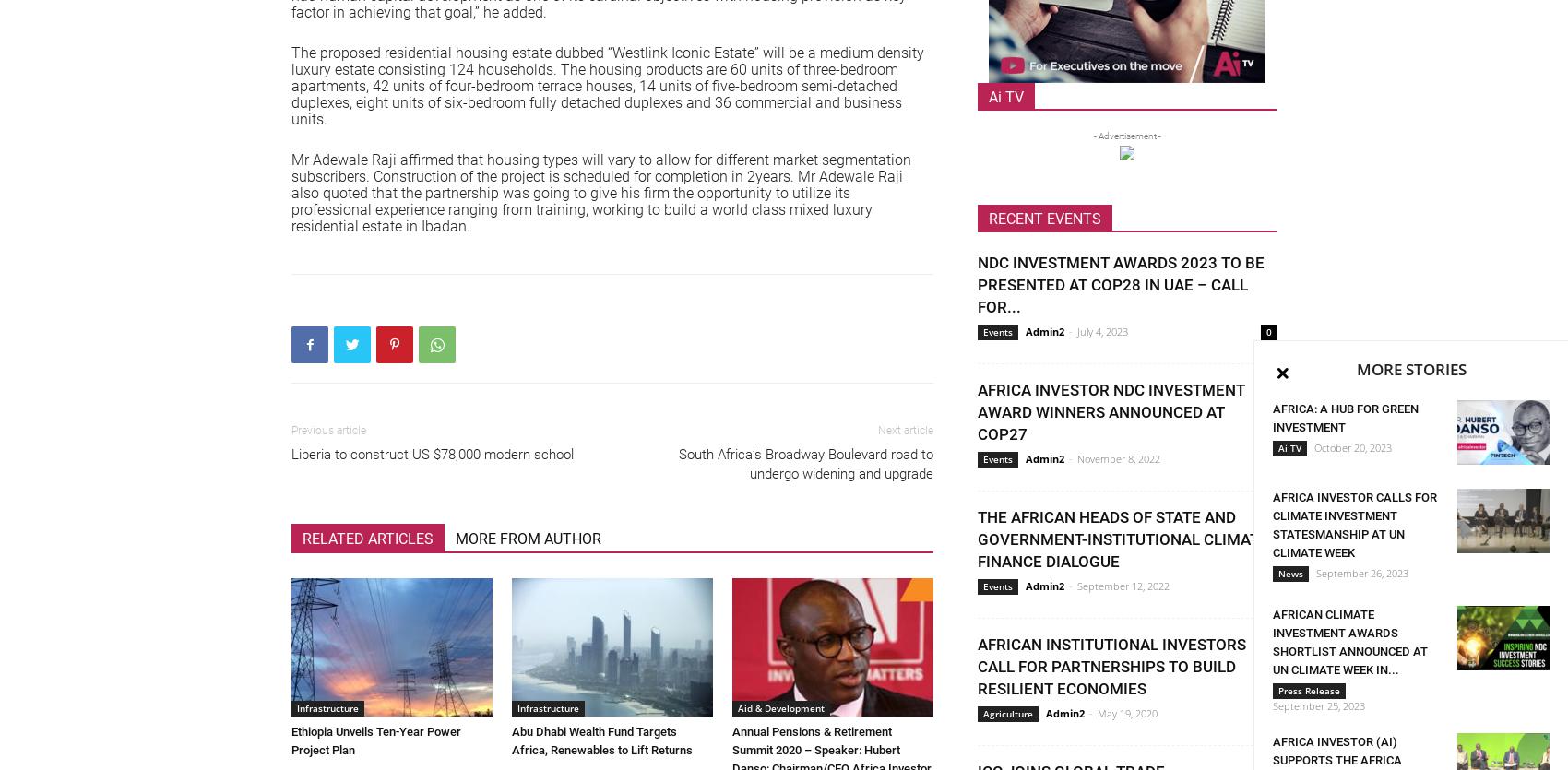  I want to click on 'Liberia to construct US $78,000 modern school', so click(291, 453).